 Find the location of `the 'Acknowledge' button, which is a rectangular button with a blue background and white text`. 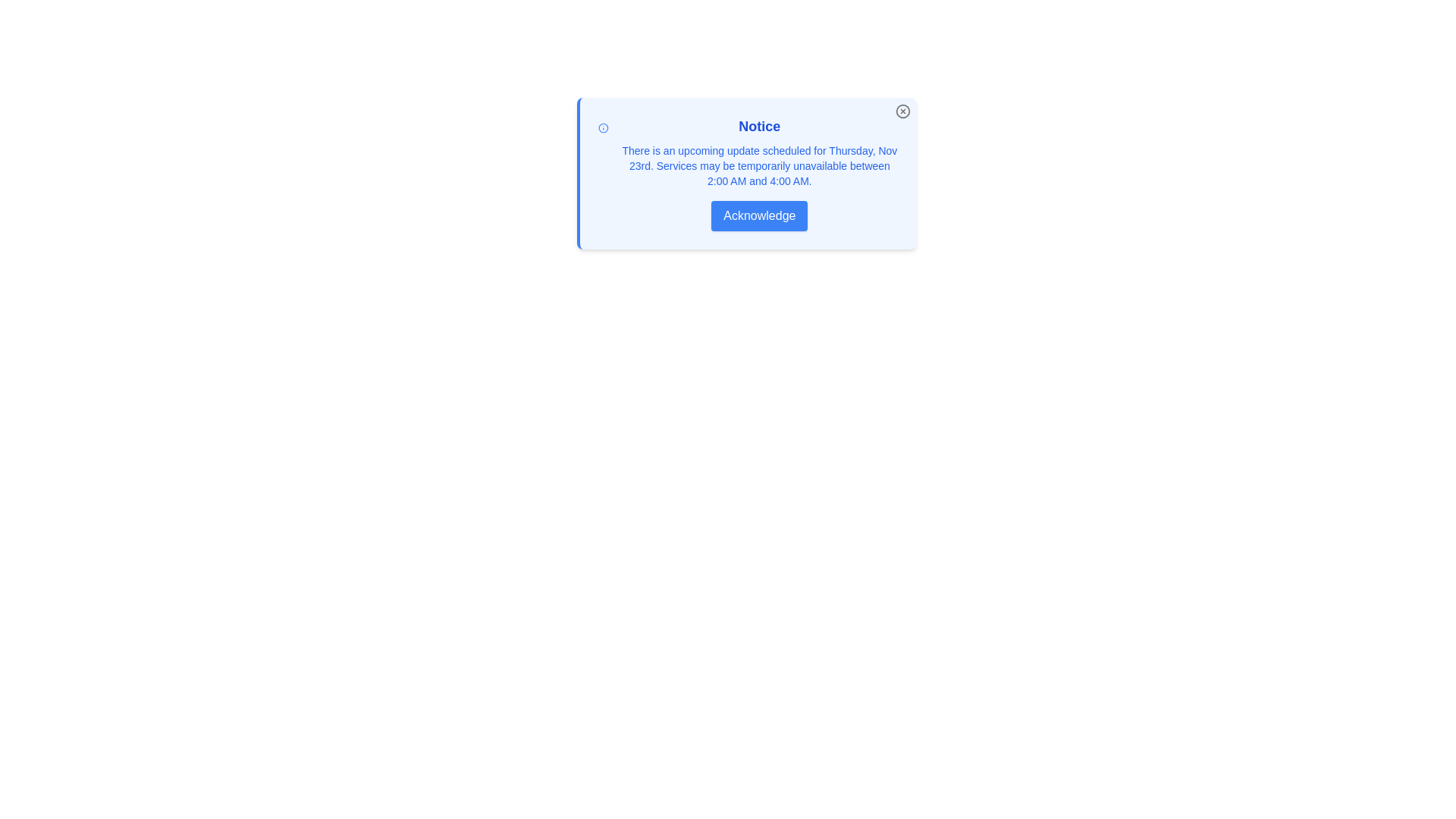

the 'Acknowledge' button, which is a rectangular button with a blue background and white text is located at coordinates (759, 216).